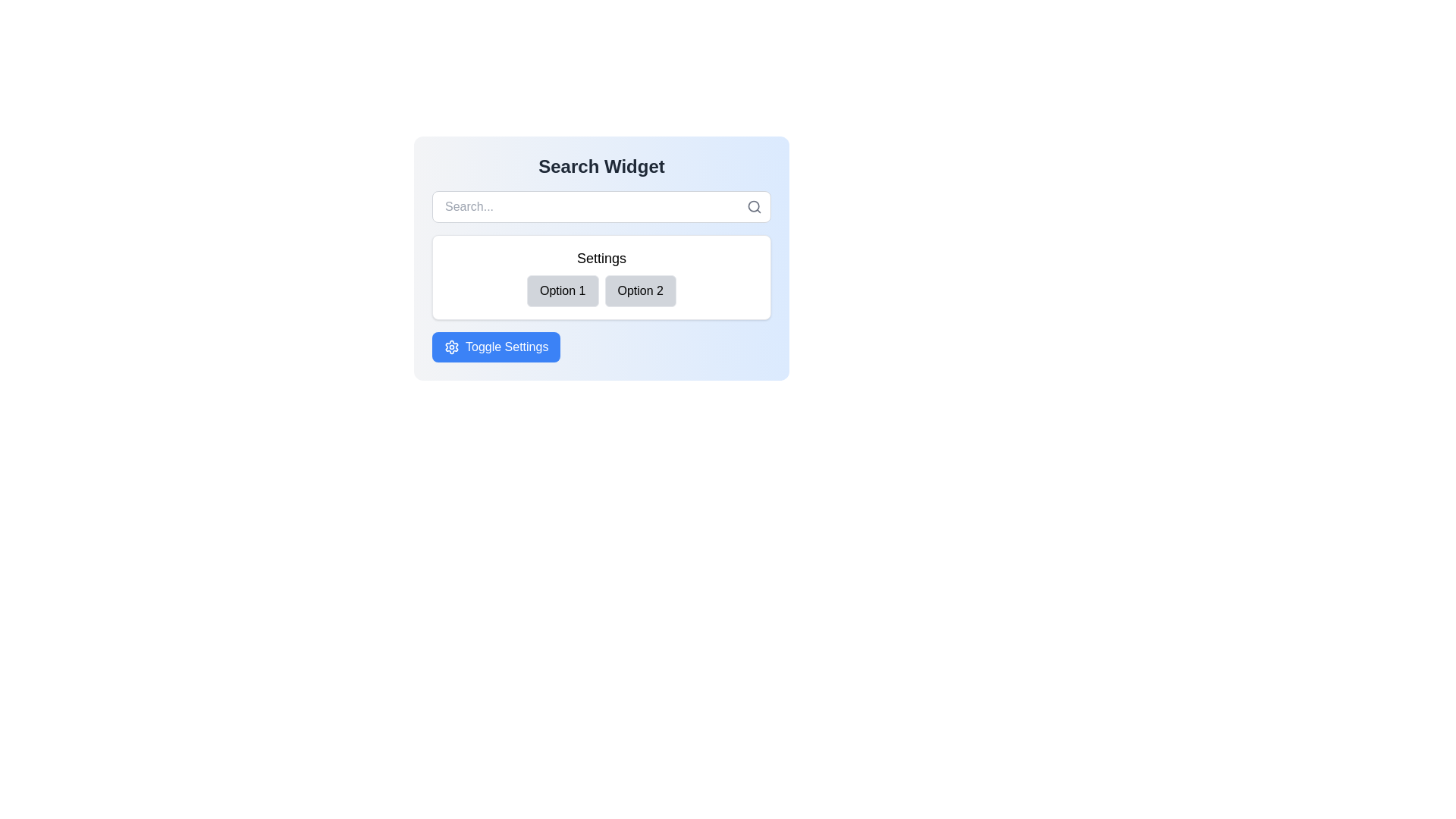  I want to click on the 'Toggle Settings' text label which is styled with white text on a blue background, located at the bottom-left of the interface adjacent to a settings icon, so click(507, 347).